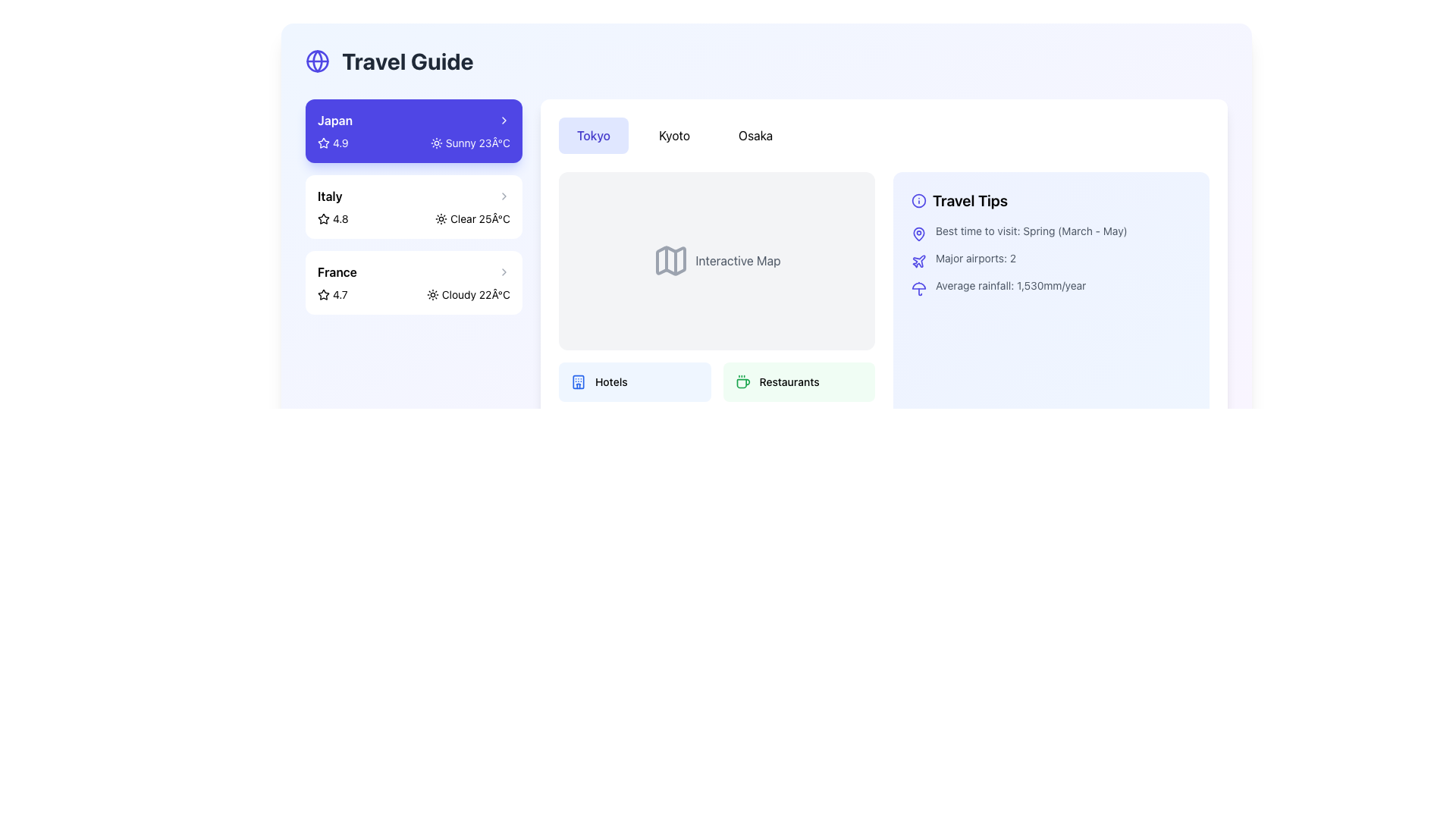  Describe the element at coordinates (475, 295) in the screenshot. I see `the weather conditions and temperature label for the location 'France', which is located in the left sidebar next to a sun icon` at that location.